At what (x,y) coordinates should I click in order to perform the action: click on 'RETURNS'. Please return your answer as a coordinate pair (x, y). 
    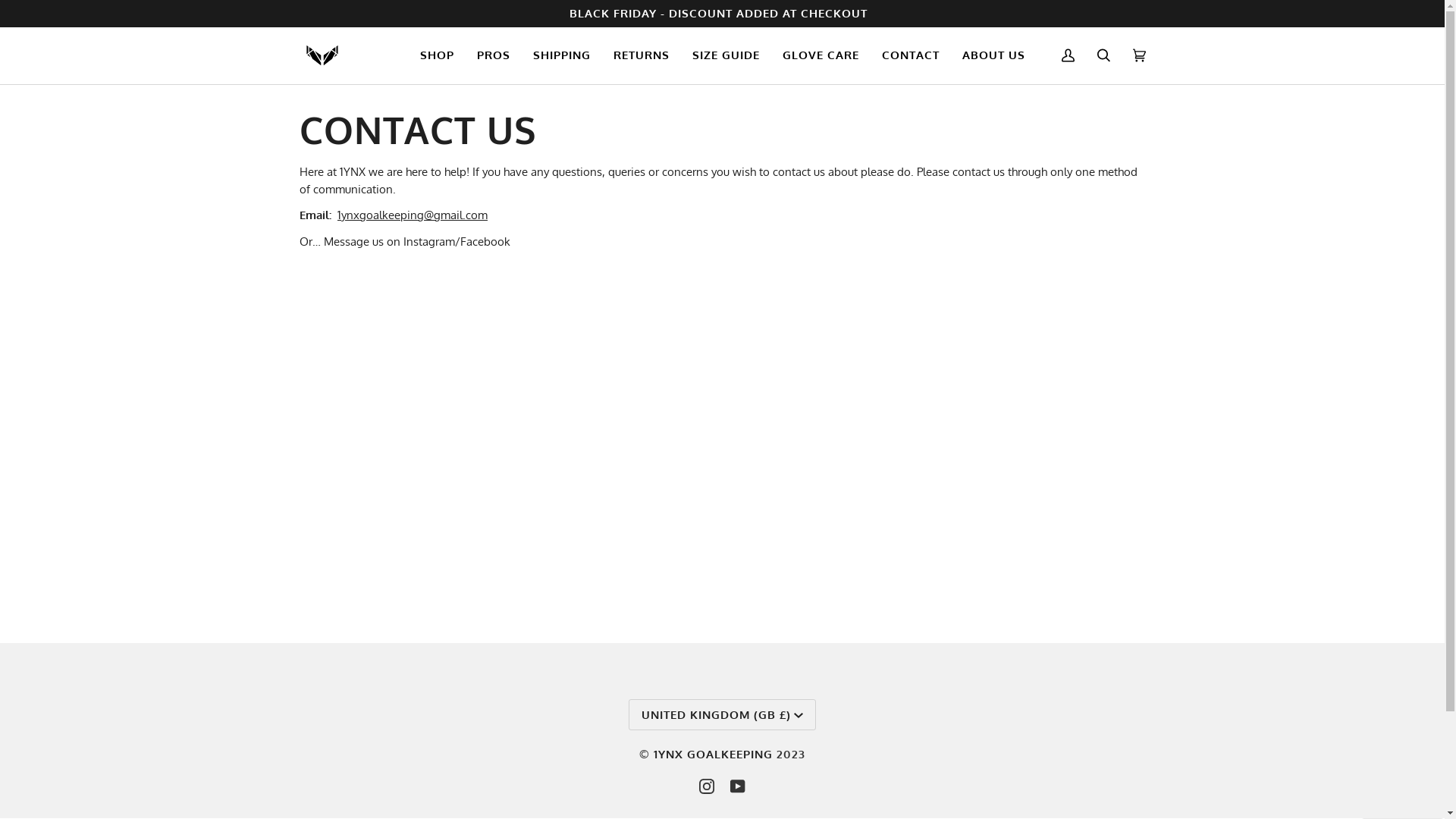
    Looking at the image, I should click on (641, 55).